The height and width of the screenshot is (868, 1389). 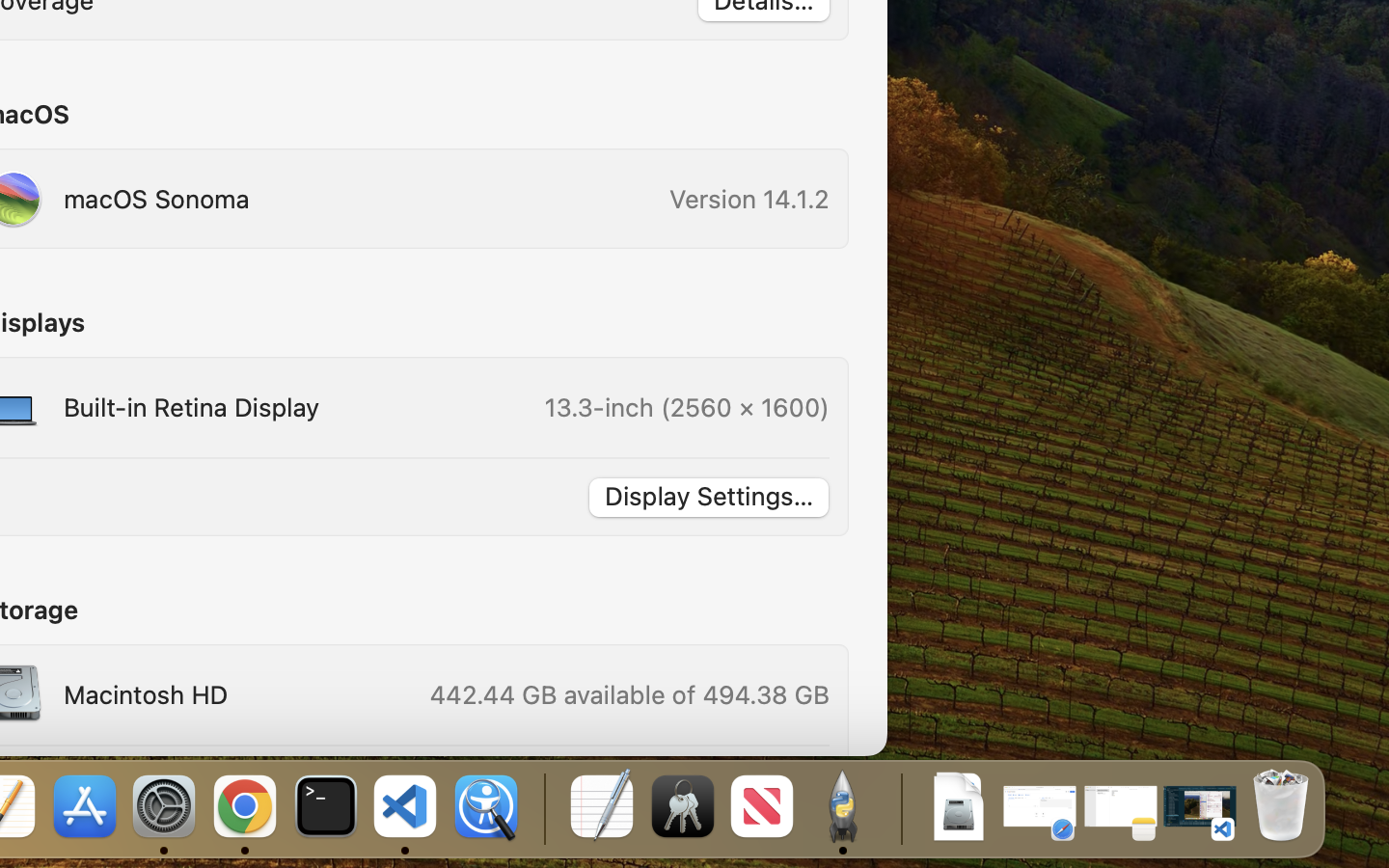 What do you see at coordinates (749, 199) in the screenshot?
I see `'Version 14.1.2'` at bounding box center [749, 199].